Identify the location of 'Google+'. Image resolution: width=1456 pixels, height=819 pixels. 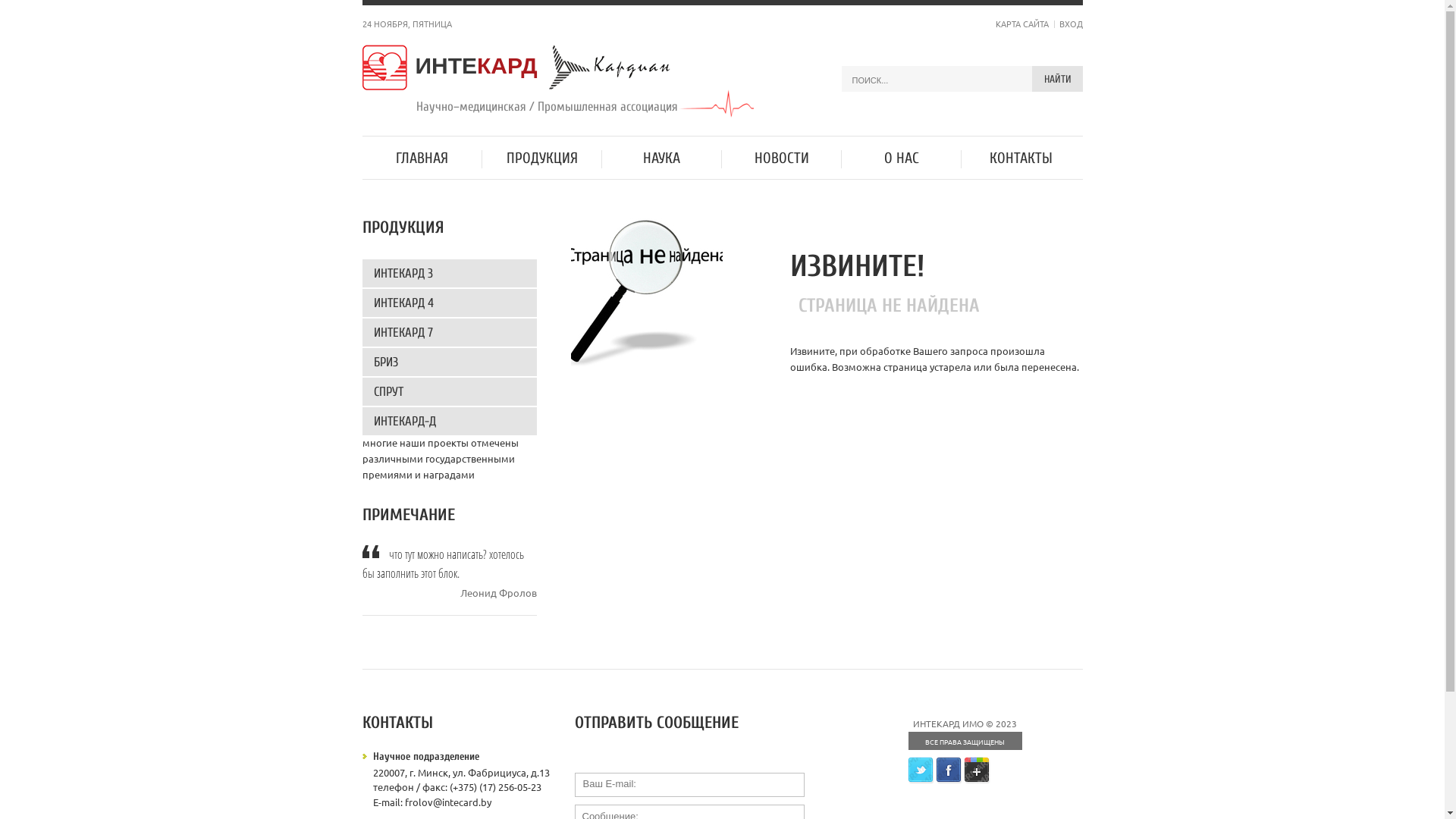
(977, 765).